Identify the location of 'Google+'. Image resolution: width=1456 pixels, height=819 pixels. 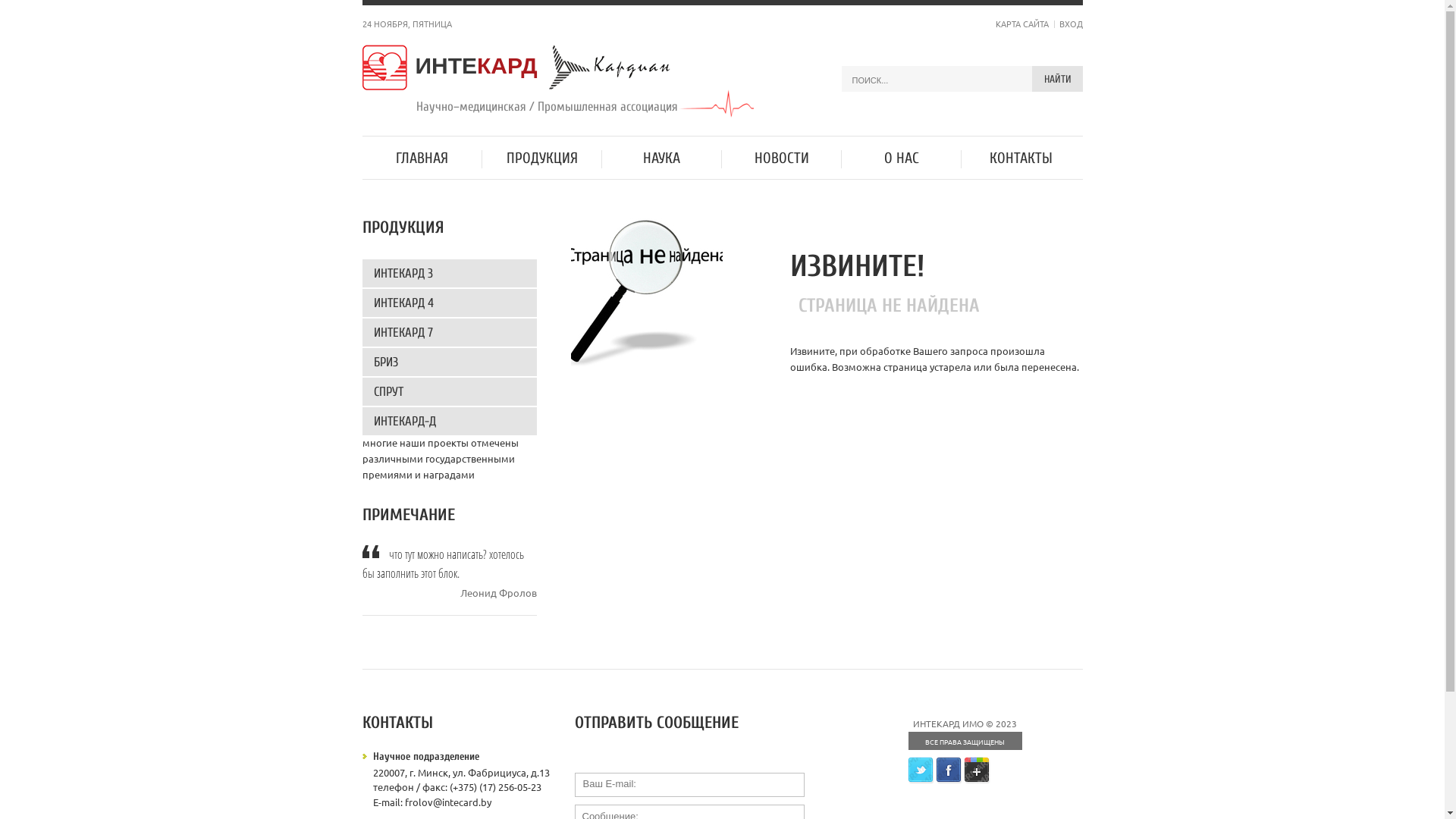
(977, 765).